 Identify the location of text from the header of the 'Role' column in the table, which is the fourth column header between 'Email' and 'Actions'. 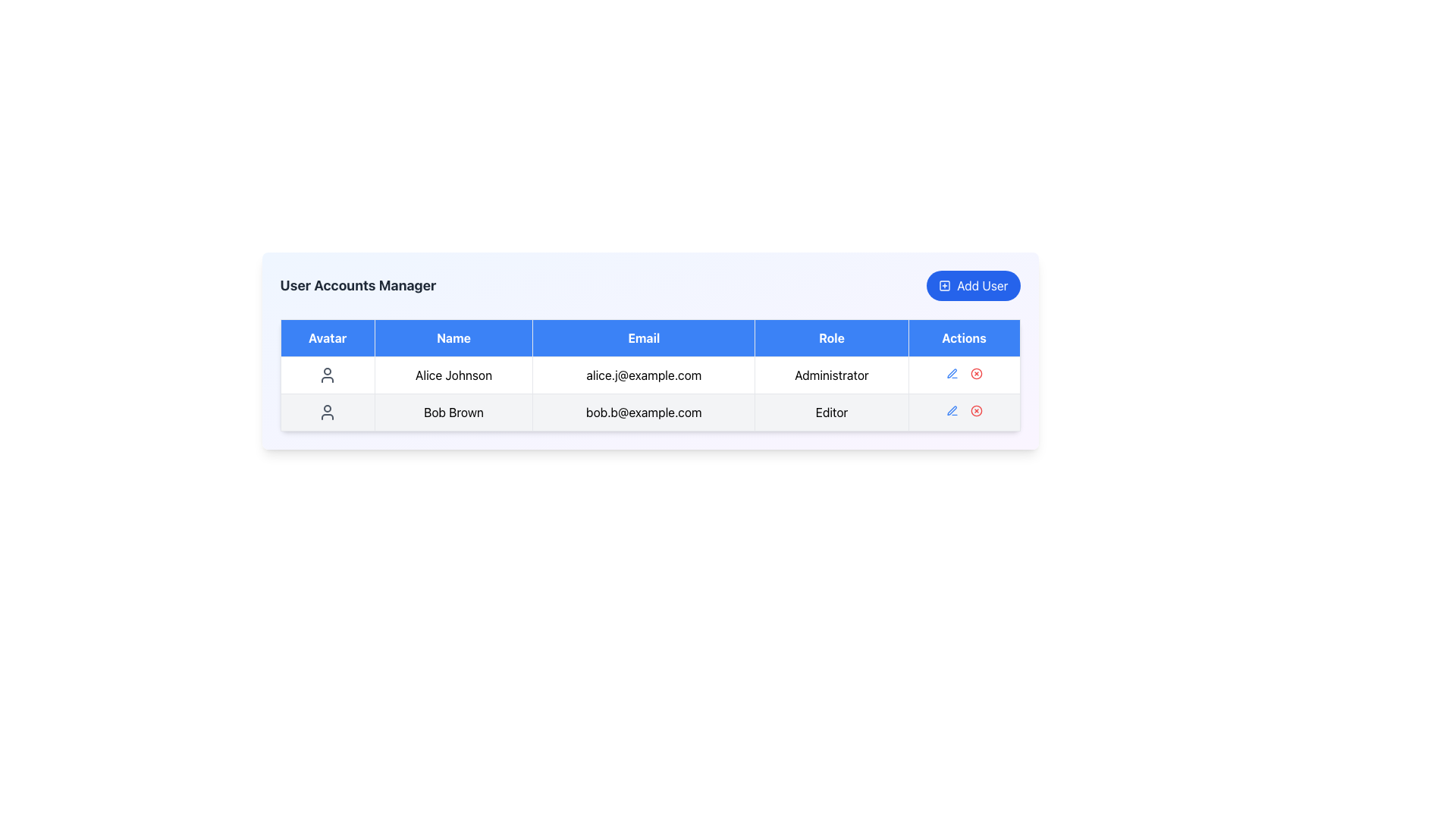
(830, 337).